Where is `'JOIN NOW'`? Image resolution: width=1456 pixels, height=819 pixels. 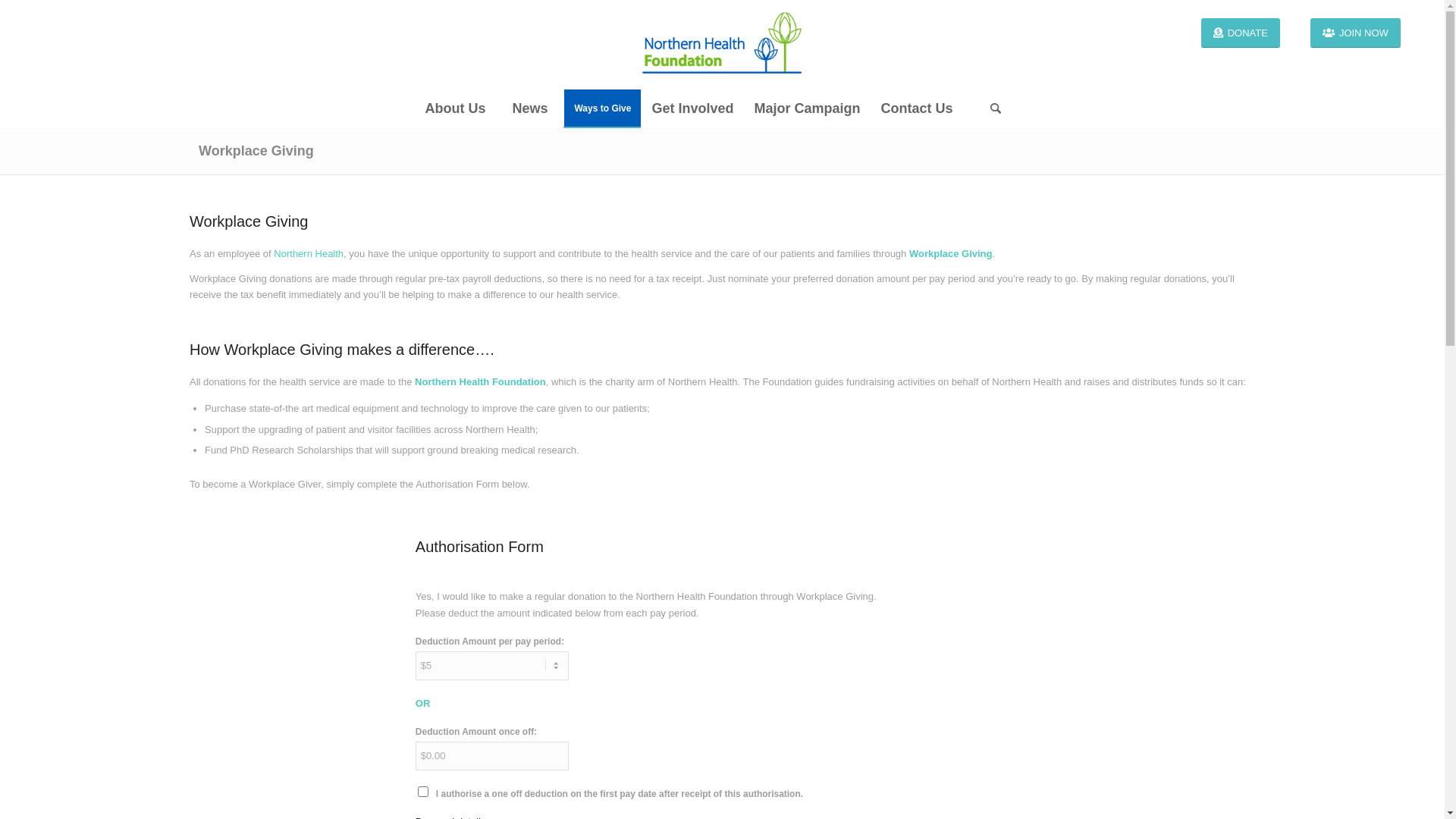 'JOIN NOW' is located at coordinates (1310, 33).